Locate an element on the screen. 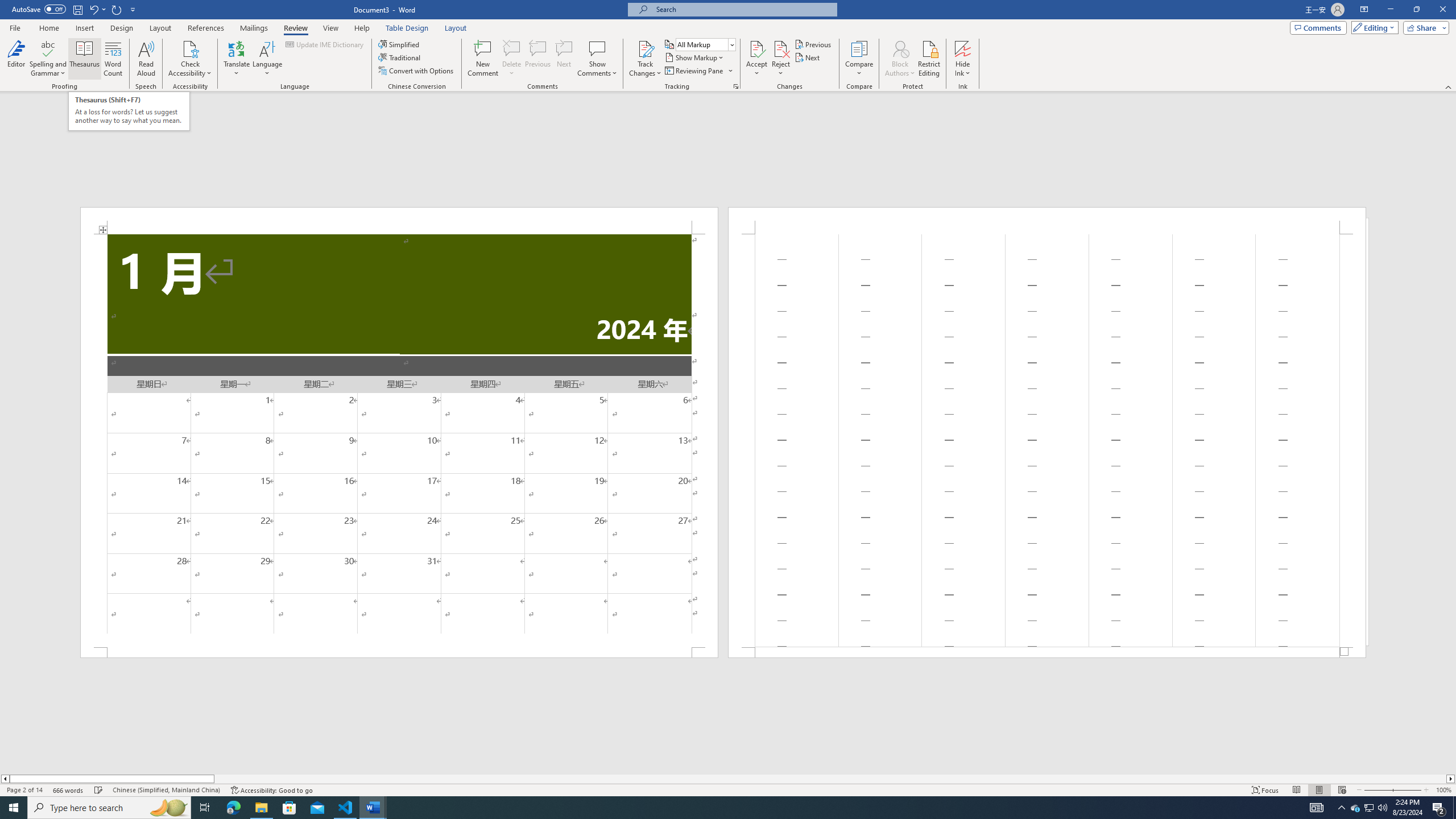 The image size is (1456, 819). 'Check Accessibility' is located at coordinates (190, 59).